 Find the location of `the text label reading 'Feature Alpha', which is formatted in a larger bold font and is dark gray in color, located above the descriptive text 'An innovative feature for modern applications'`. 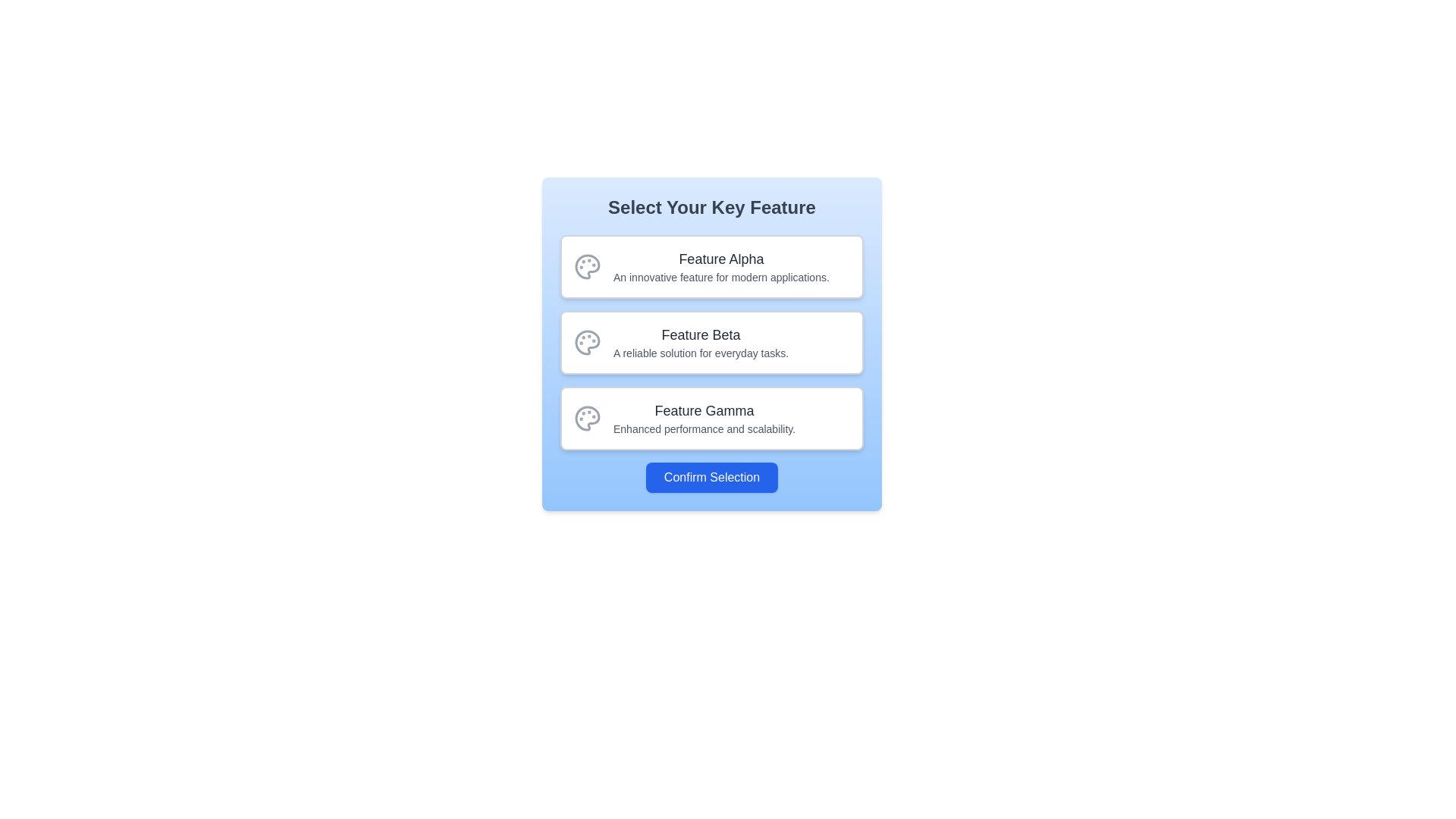

the text label reading 'Feature Alpha', which is formatted in a larger bold font and is dark gray in color, located above the descriptive text 'An innovative feature for modern applications' is located at coordinates (720, 259).